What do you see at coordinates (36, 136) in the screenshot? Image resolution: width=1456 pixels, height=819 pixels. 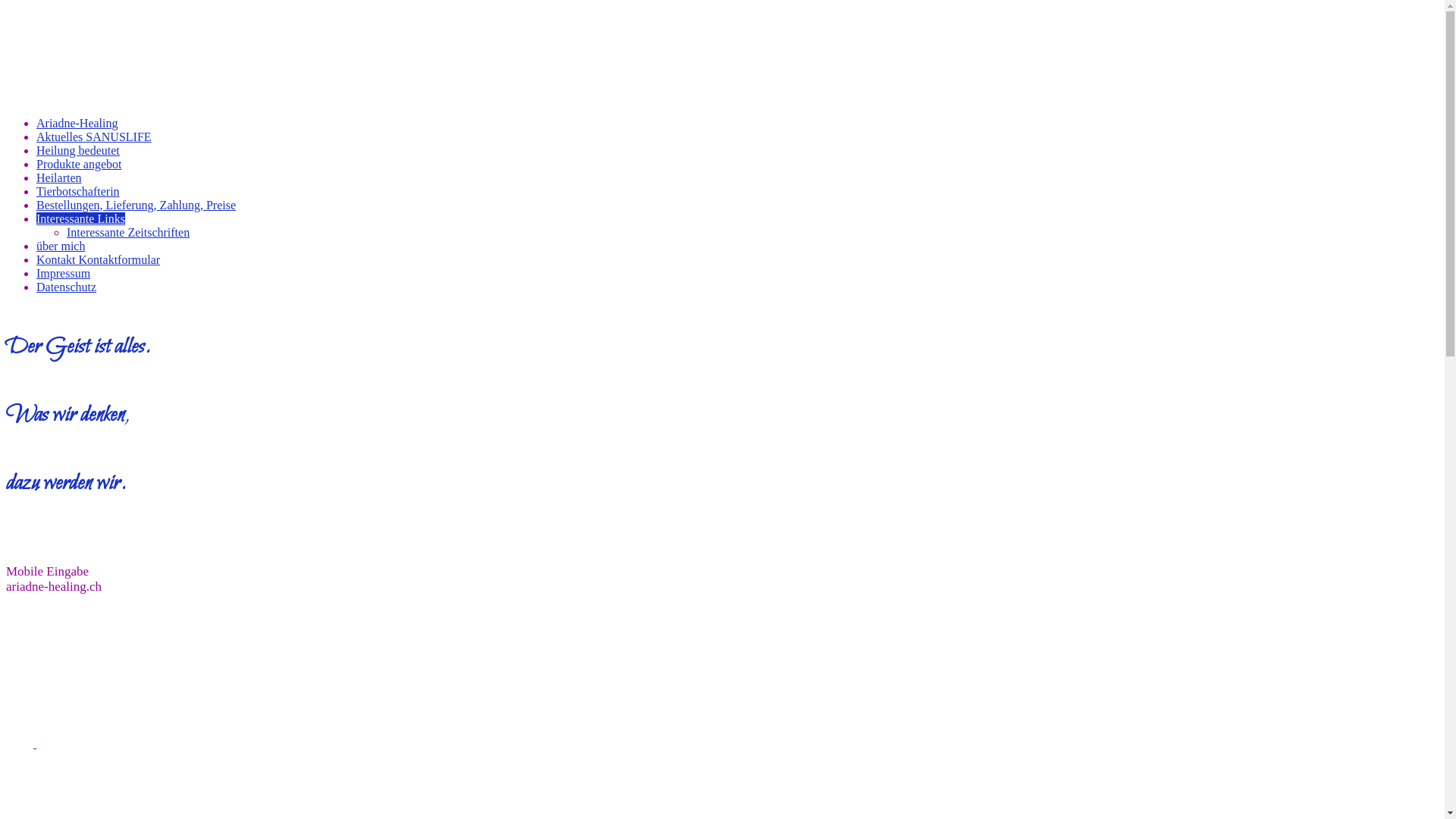 I see `'Aktuelles SANUSLIFE'` at bounding box center [36, 136].